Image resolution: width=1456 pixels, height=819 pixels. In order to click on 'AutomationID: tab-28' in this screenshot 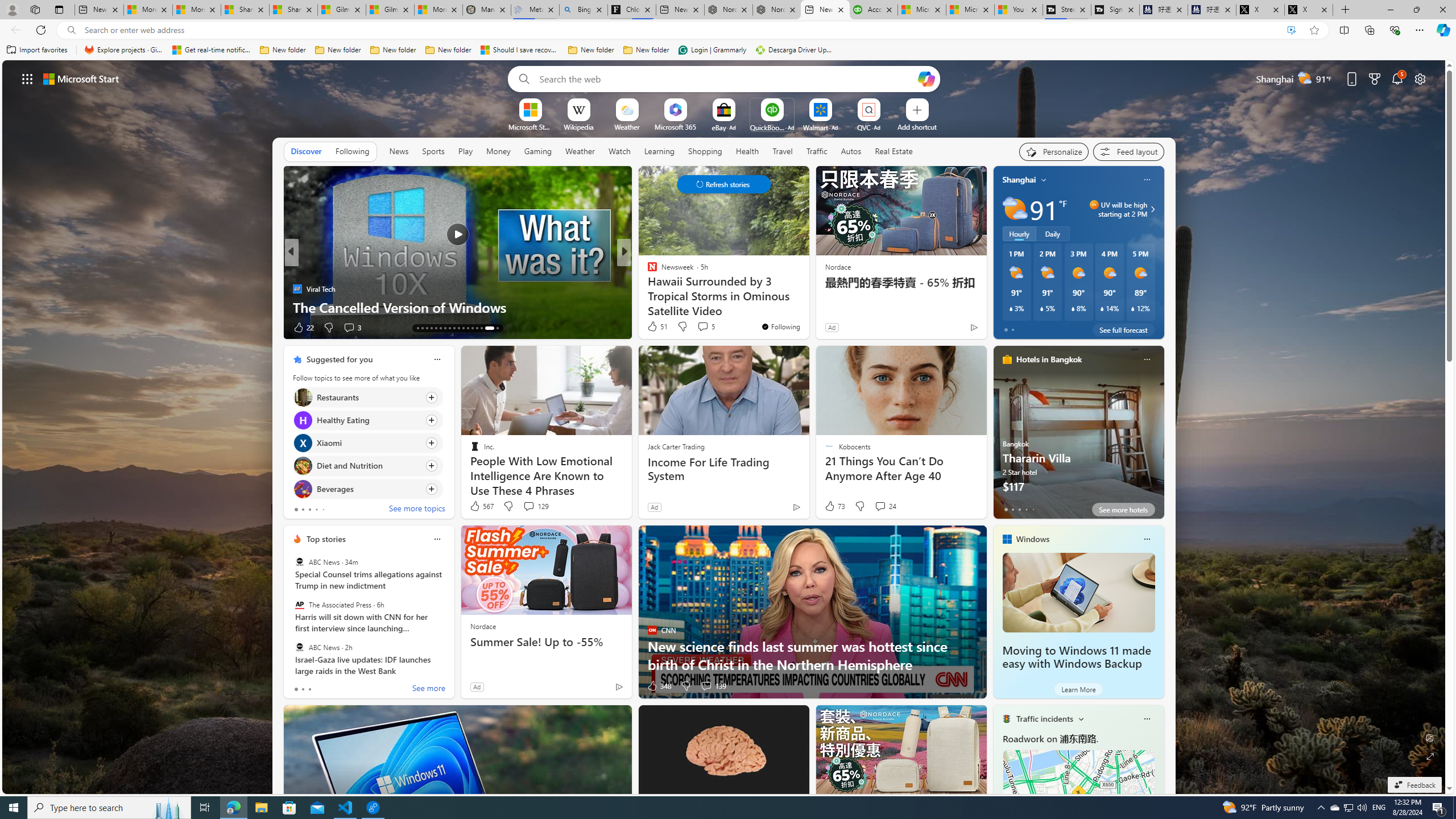, I will do `click(468, 328)`.